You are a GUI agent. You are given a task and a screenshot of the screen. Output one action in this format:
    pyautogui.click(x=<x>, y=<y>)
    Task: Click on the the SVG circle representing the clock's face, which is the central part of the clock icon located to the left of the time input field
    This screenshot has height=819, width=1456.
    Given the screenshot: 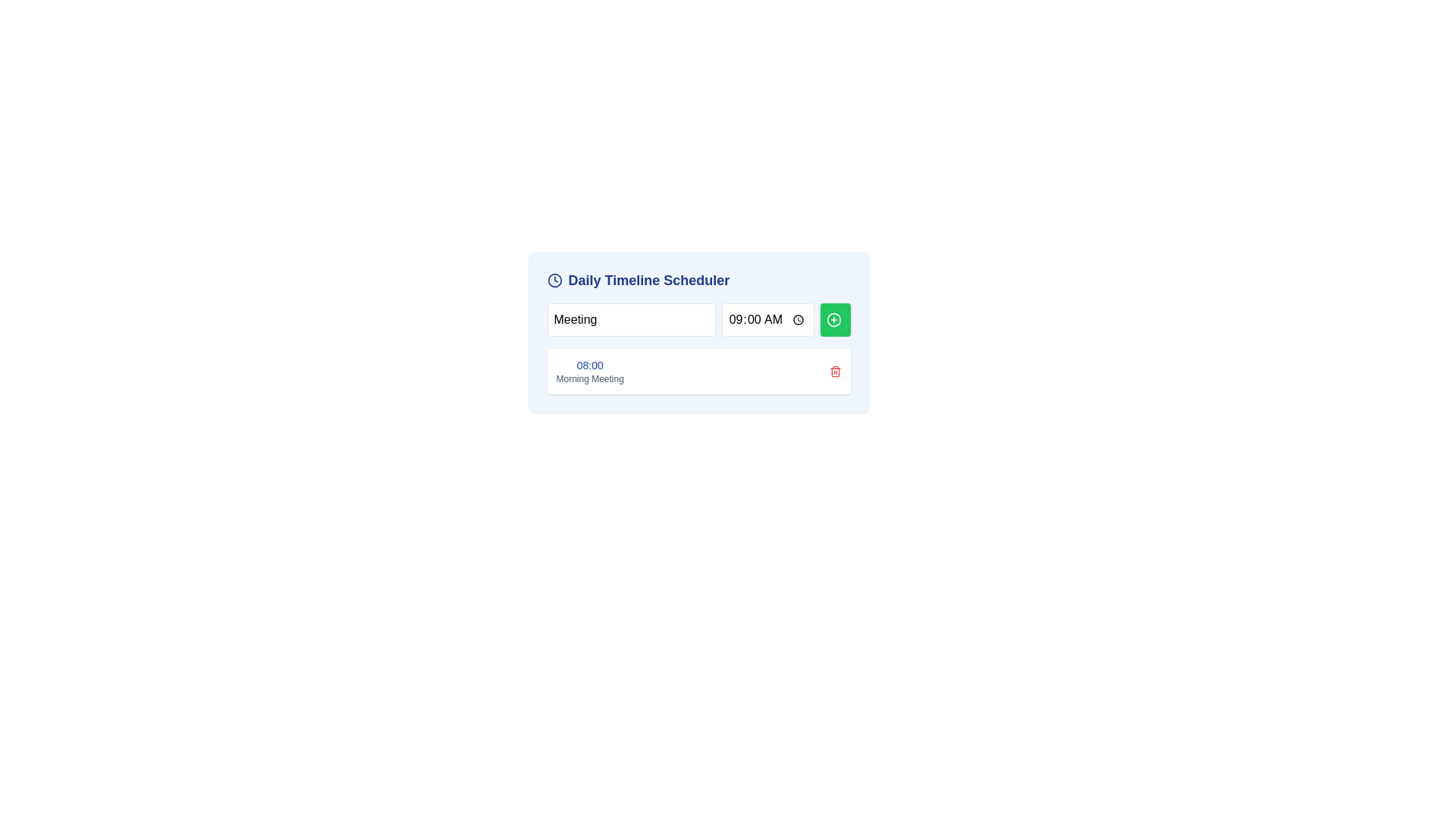 What is the action you would take?
    pyautogui.click(x=554, y=281)
    